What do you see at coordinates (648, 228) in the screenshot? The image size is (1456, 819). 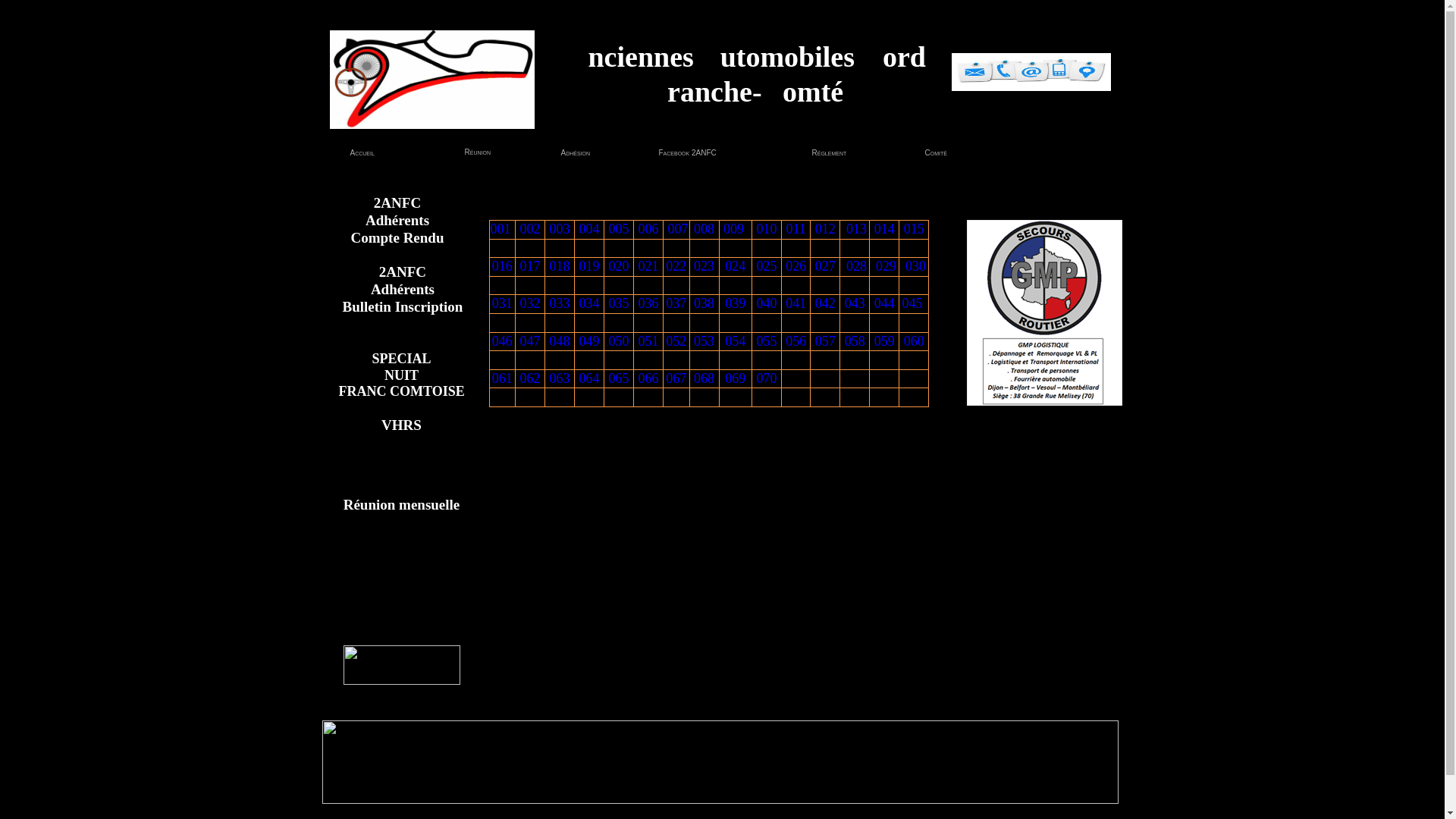 I see `' 006 '` at bounding box center [648, 228].